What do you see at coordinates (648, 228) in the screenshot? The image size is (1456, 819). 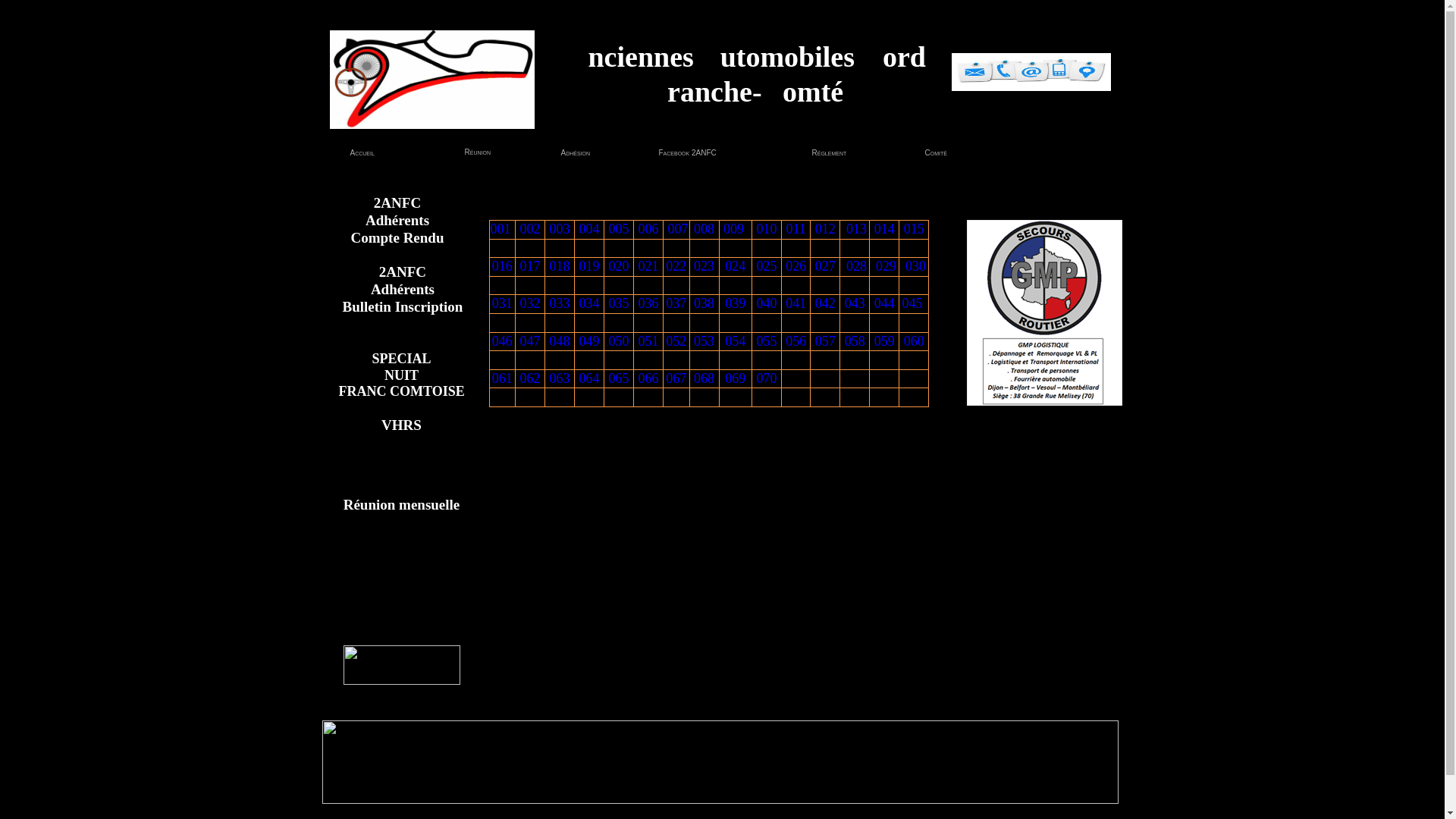 I see `' 006 '` at bounding box center [648, 228].